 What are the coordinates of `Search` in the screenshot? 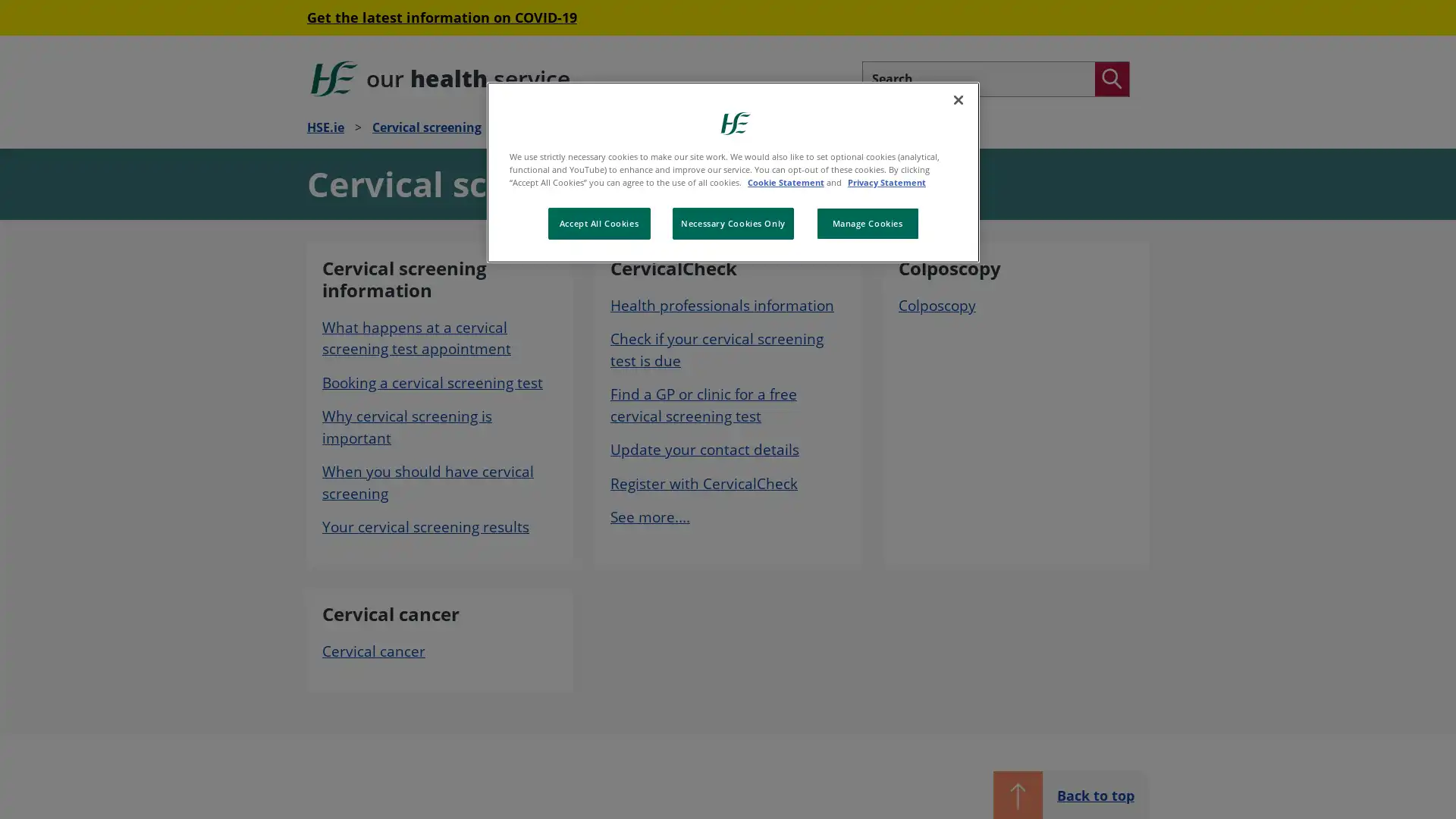 It's located at (1112, 78).